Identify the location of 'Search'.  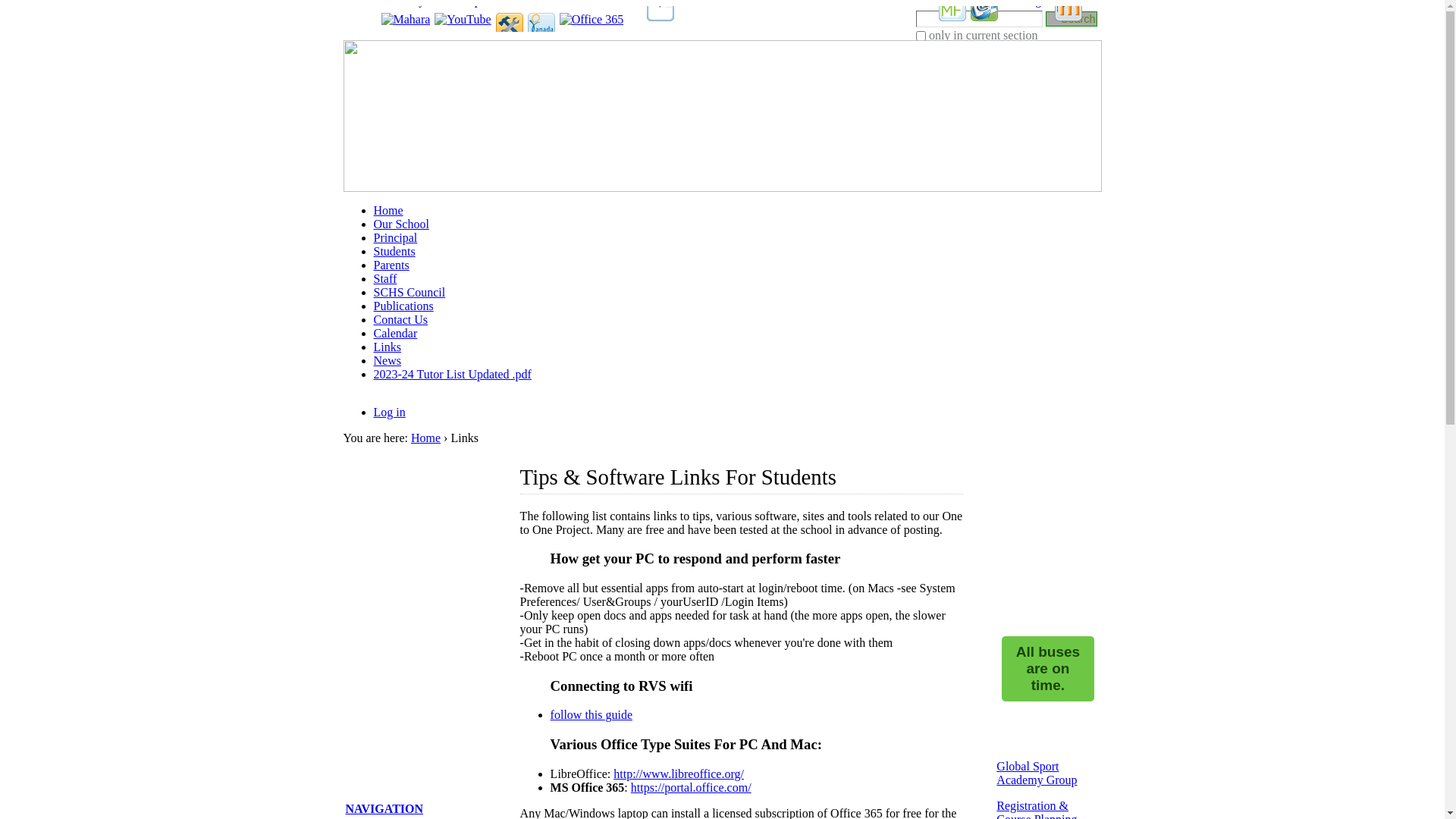
(1044, 17).